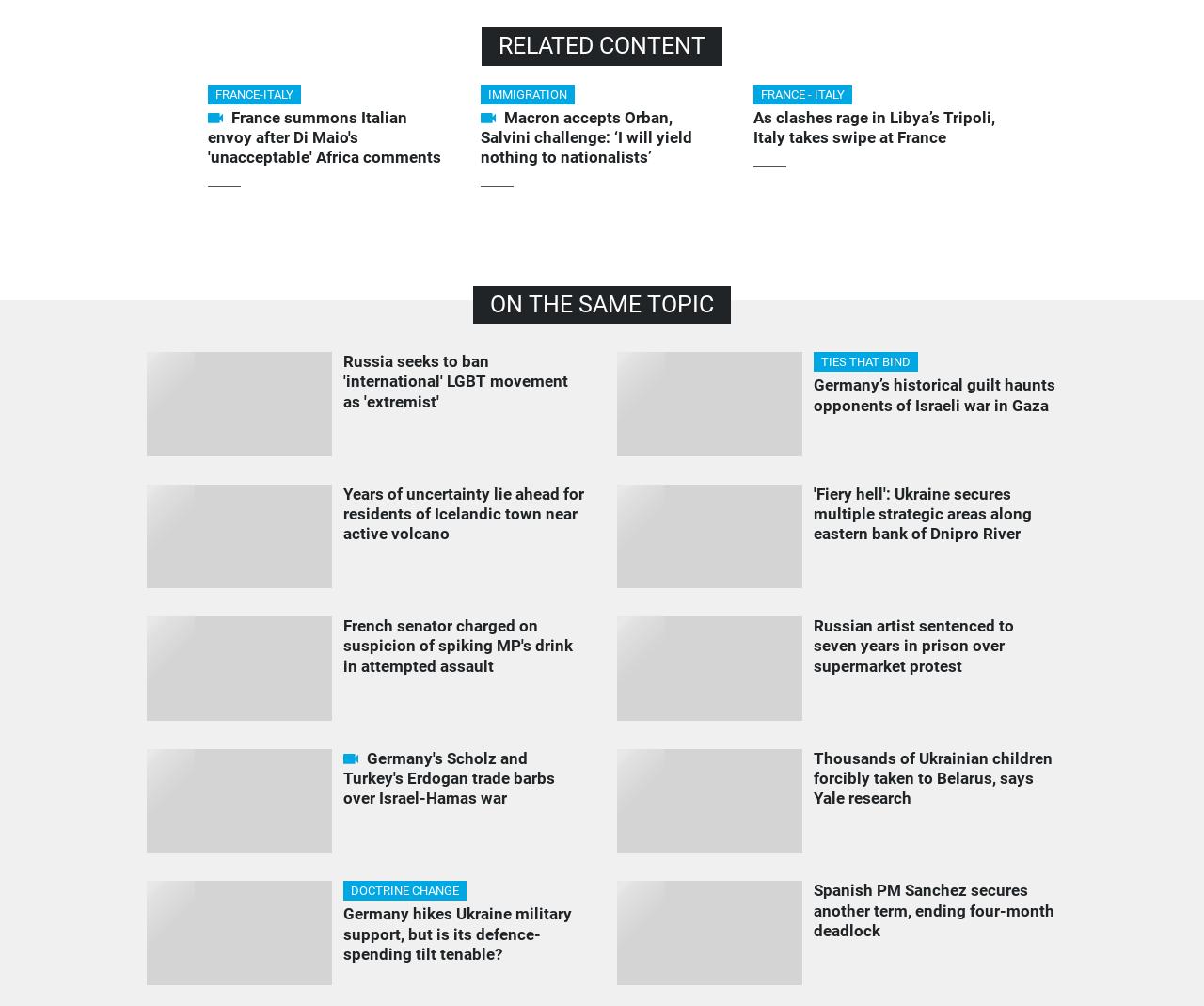  I want to click on 'DOCTRINE CHANGE', so click(403, 889).